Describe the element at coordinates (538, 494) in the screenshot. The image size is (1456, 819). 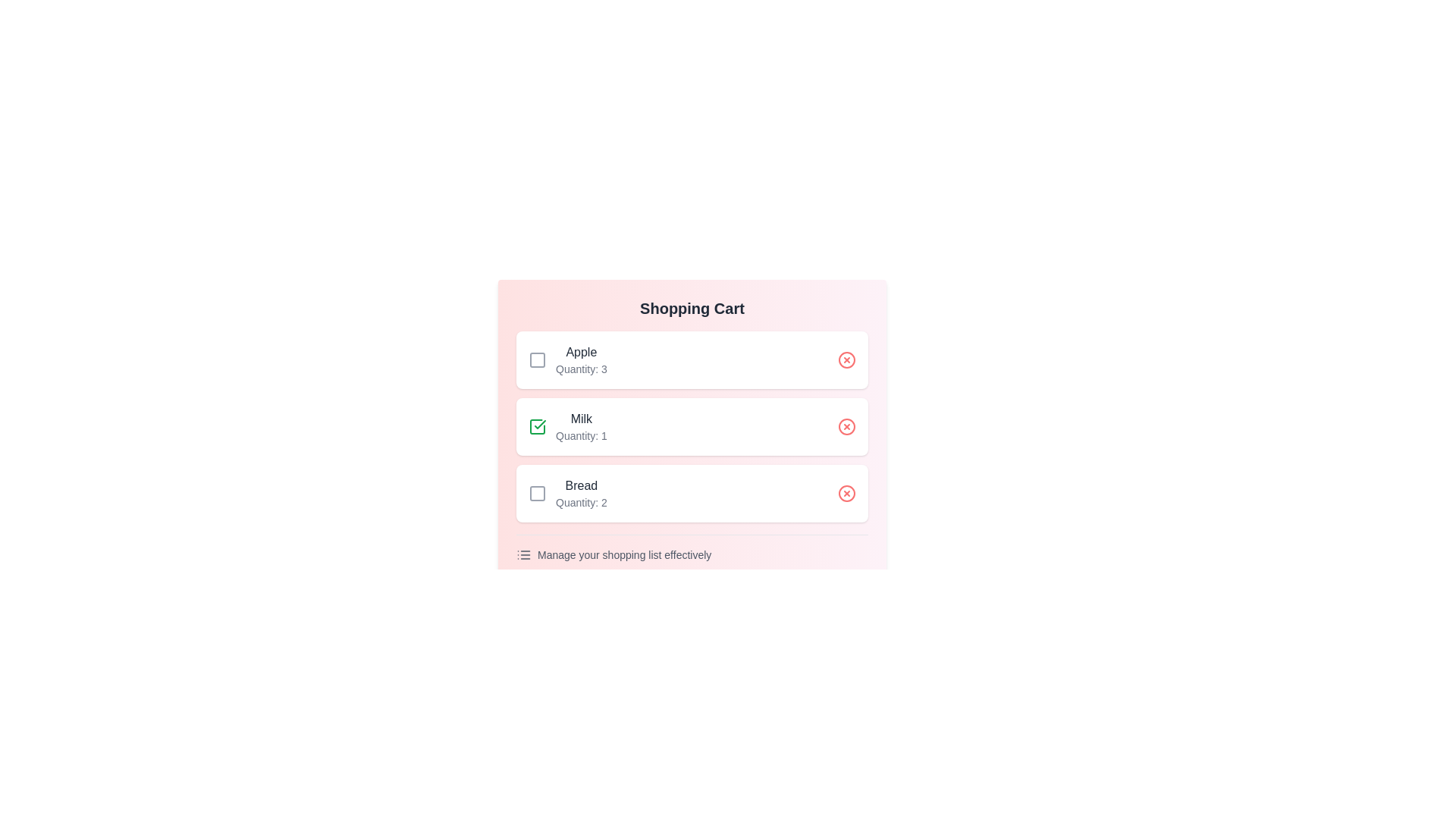
I see `checkbox for the item titled Bread to toggle its bought status` at that location.